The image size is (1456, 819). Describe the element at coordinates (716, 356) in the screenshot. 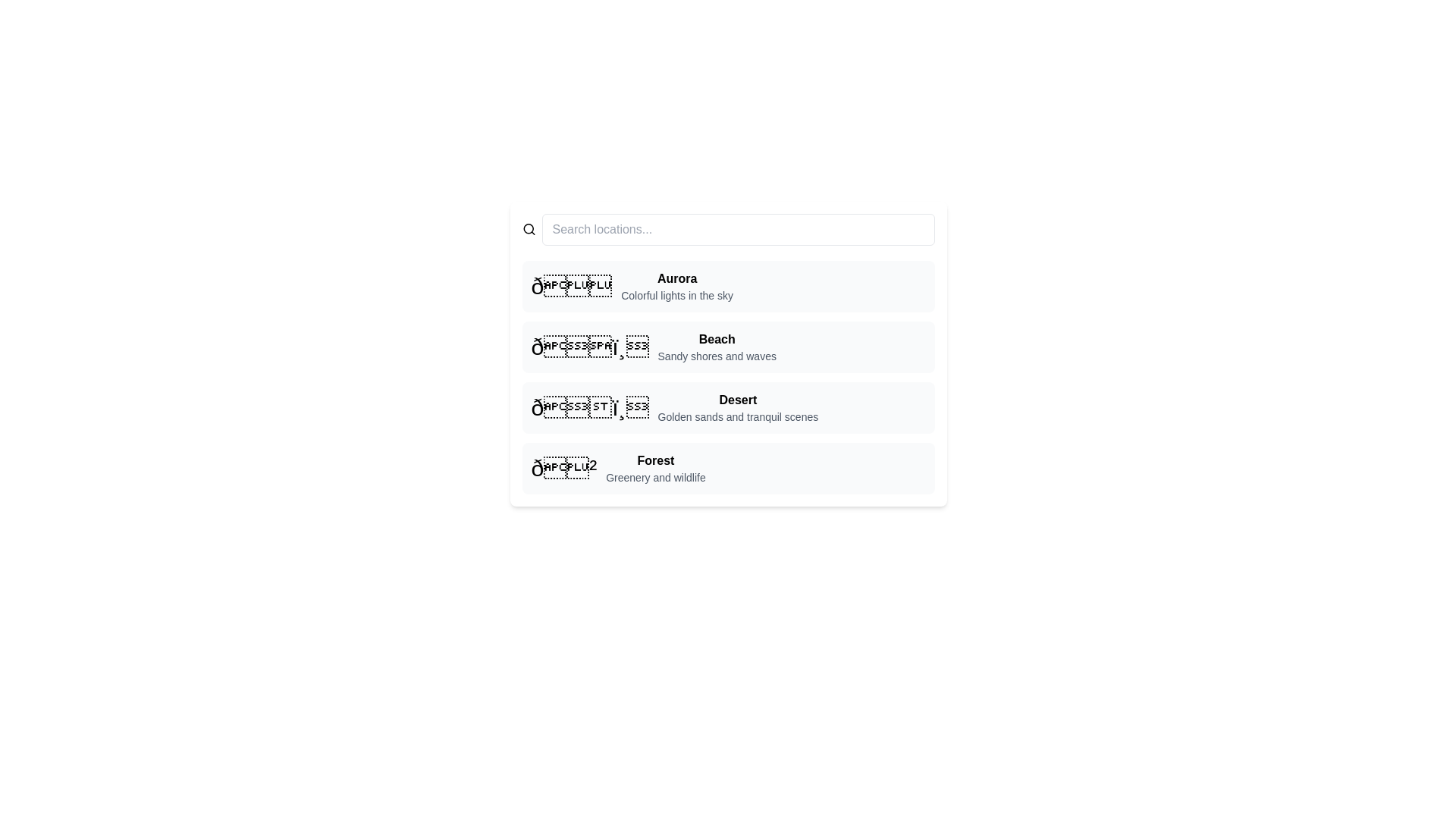

I see `the text element displaying 'Sandy shores and waves', which is located under the bold 'Beach' title in the vertical list of destinations` at that location.